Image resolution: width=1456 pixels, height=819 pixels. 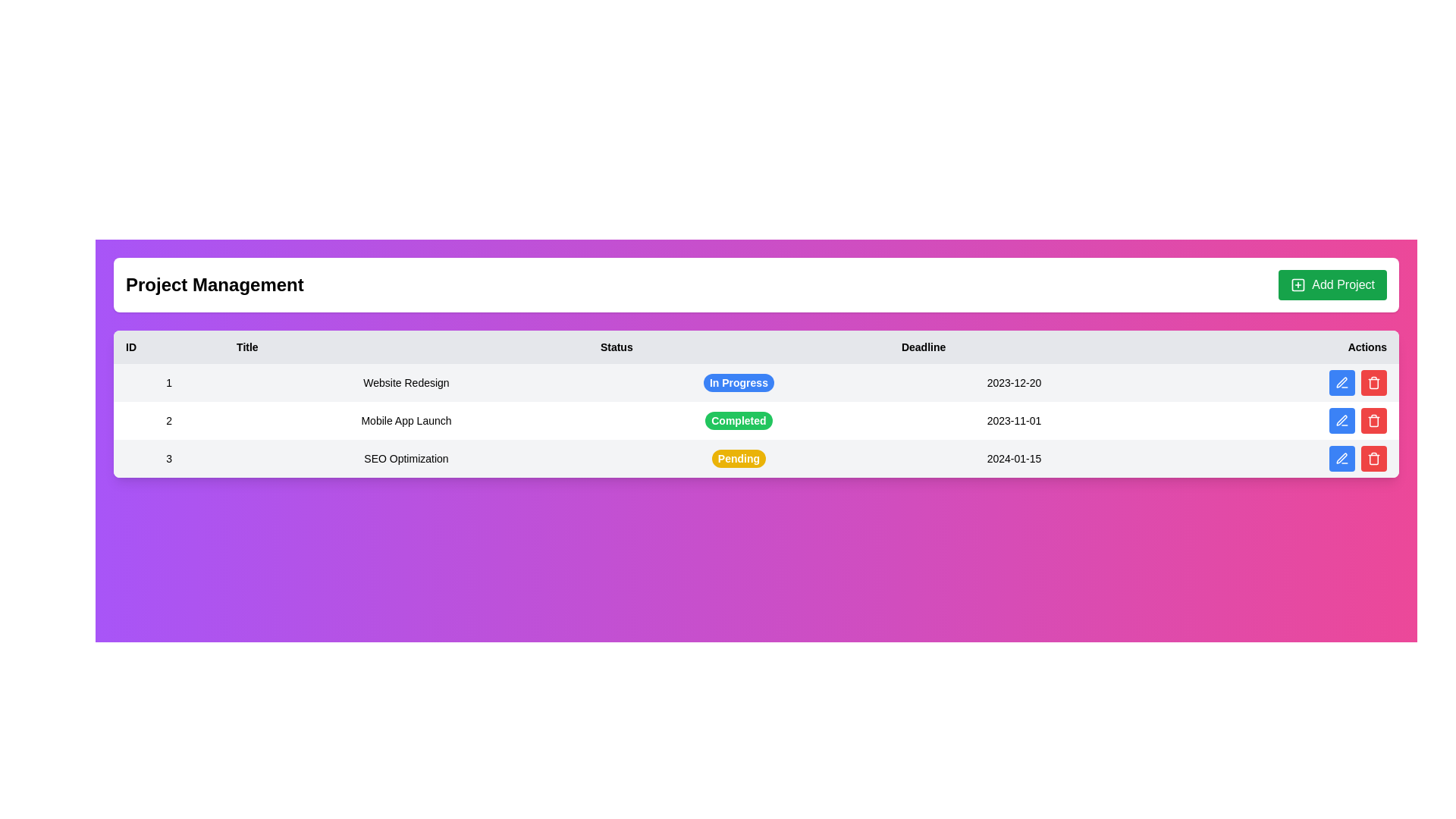 I want to click on the edit icon (SVG) in the third row of the table under the 'Actions' column to initiate the edit action, so click(x=1341, y=381).